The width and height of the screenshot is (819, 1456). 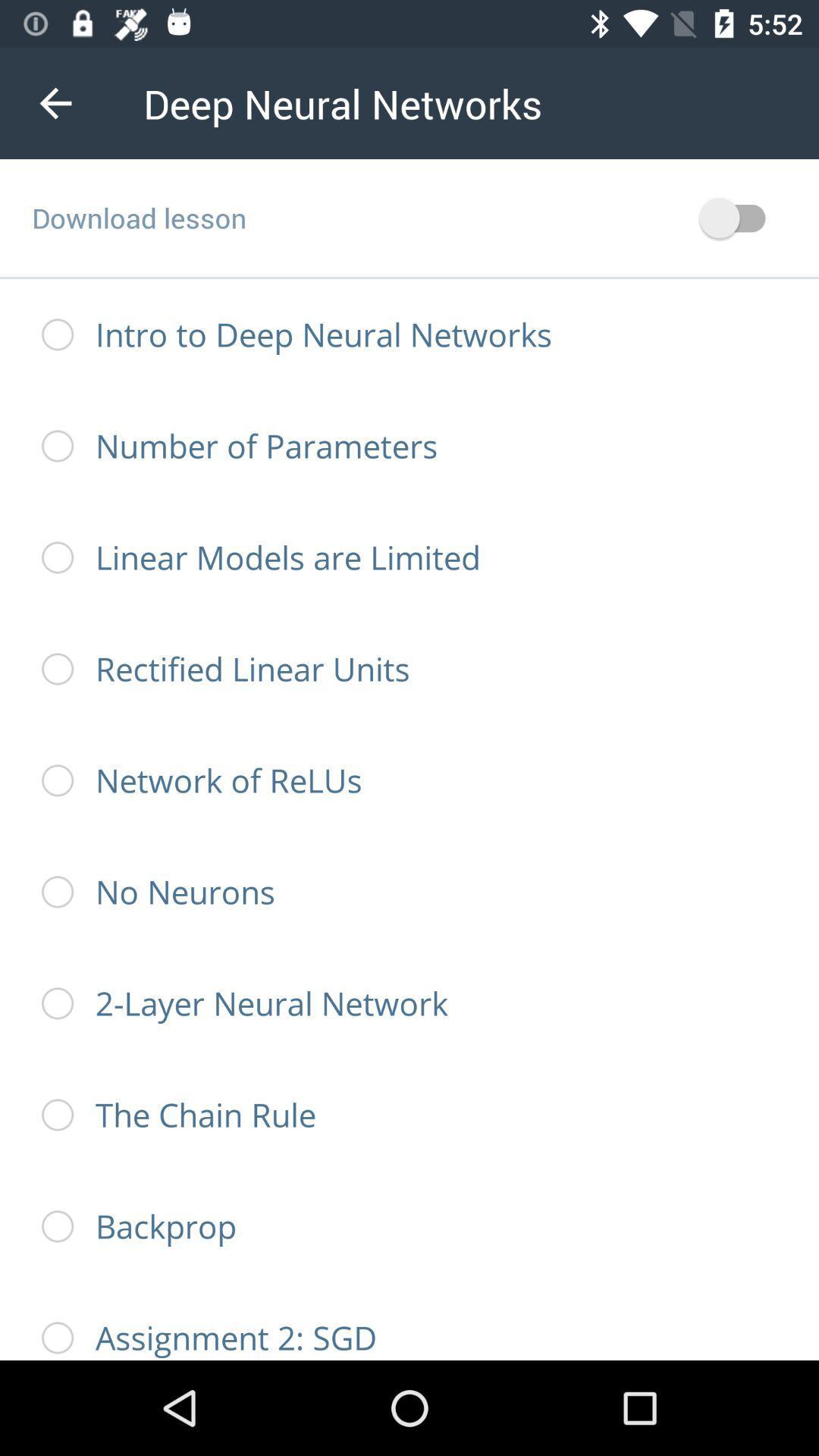 What do you see at coordinates (739, 217) in the screenshot?
I see `the item next to the download lesson item` at bounding box center [739, 217].